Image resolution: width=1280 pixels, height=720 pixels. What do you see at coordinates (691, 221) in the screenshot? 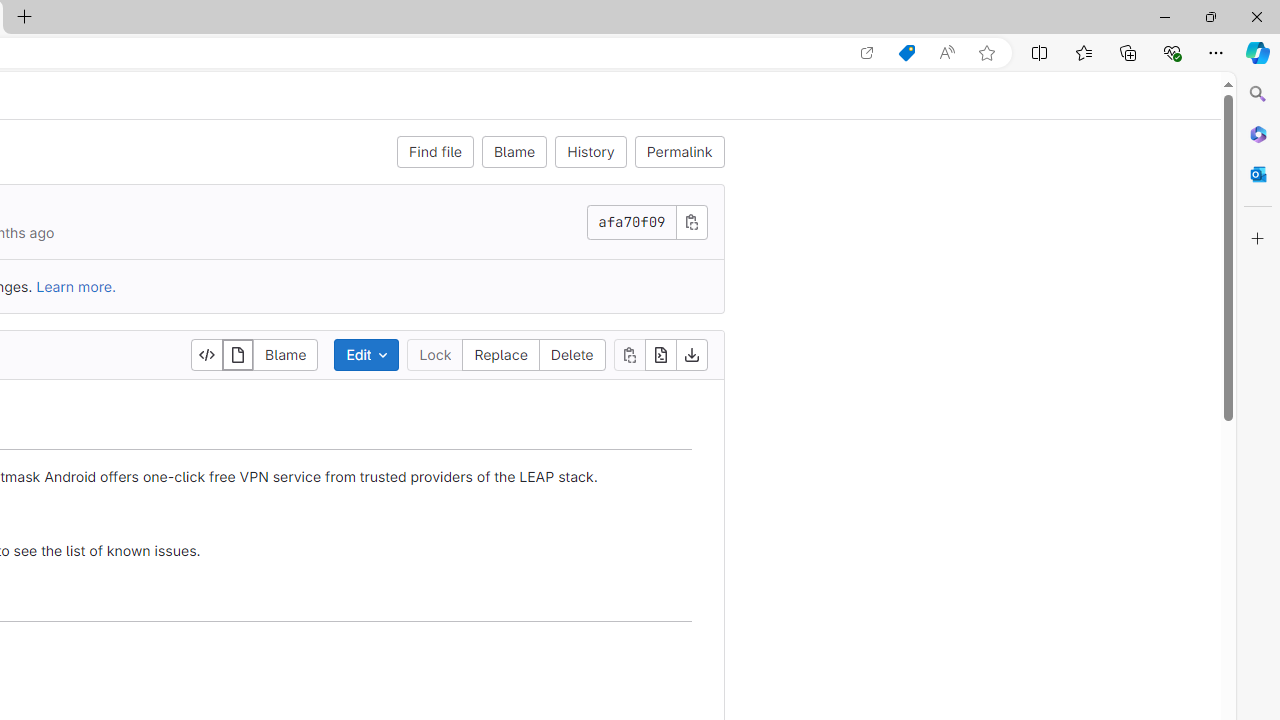
I see `'Copy commit SHA'` at bounding box center [691, 221].